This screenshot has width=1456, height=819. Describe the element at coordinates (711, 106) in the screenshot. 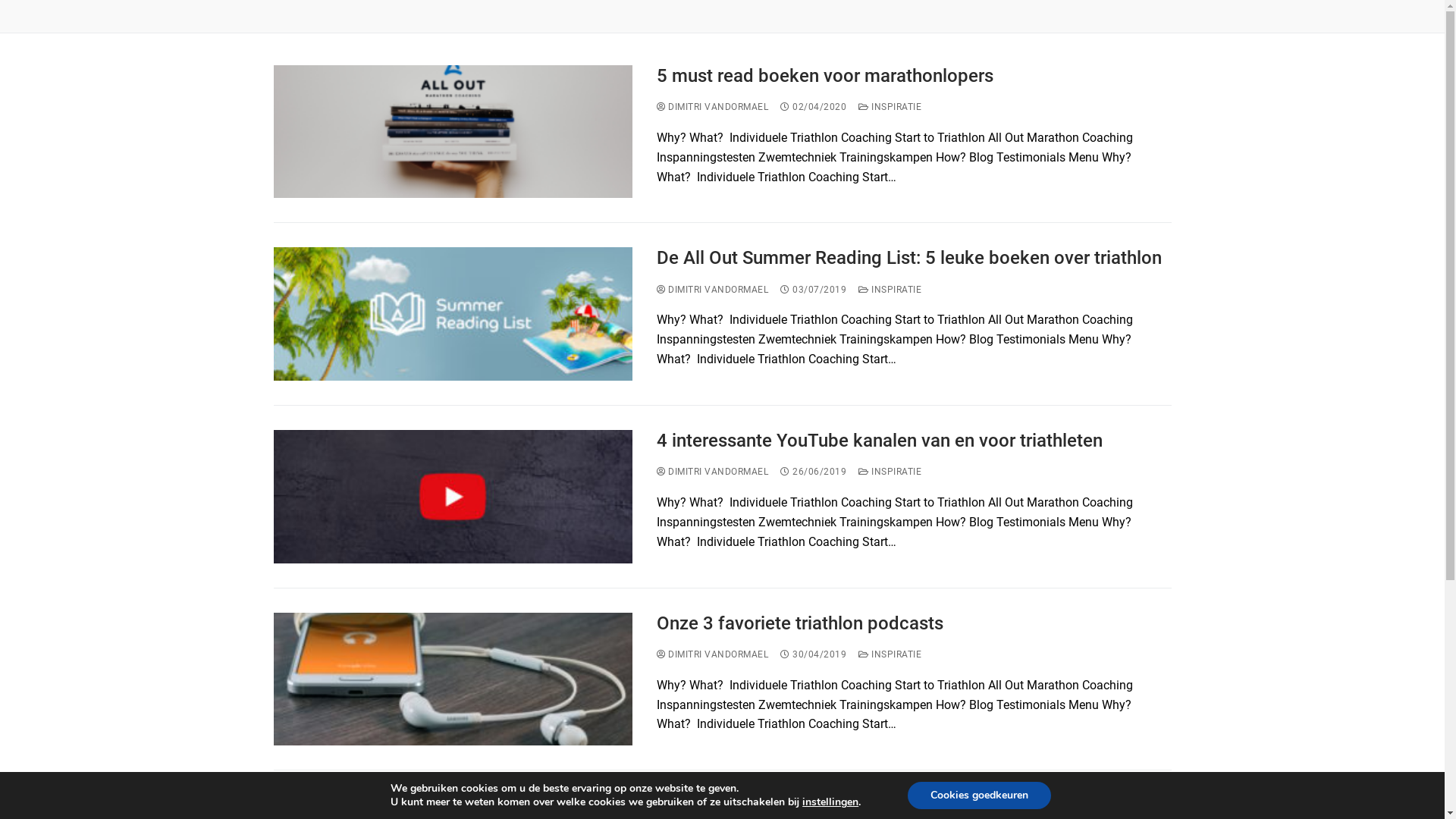

I see `'DIMITRI VANDORMAEL'` at that location.